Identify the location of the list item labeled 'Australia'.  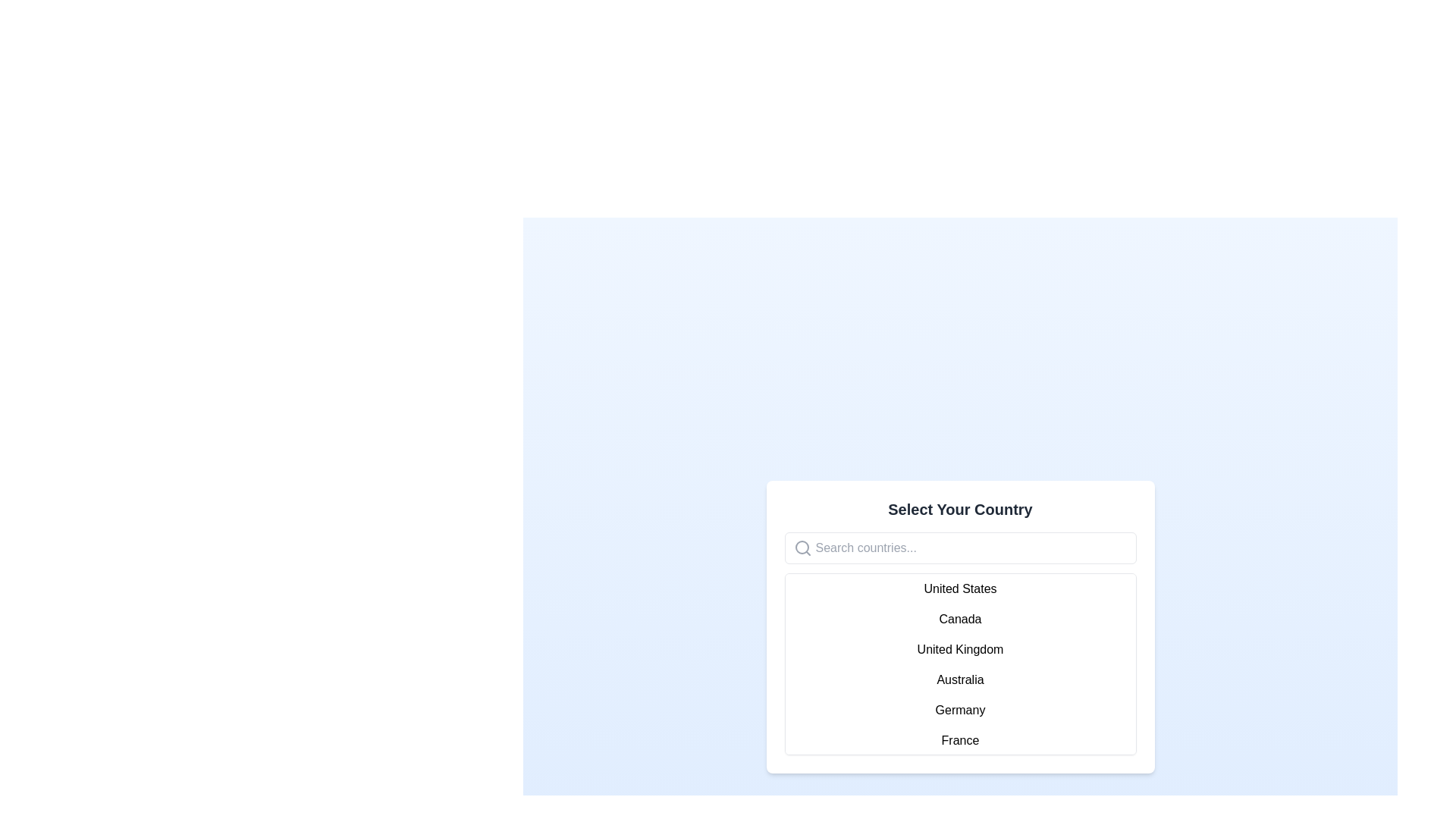
(959, 679).